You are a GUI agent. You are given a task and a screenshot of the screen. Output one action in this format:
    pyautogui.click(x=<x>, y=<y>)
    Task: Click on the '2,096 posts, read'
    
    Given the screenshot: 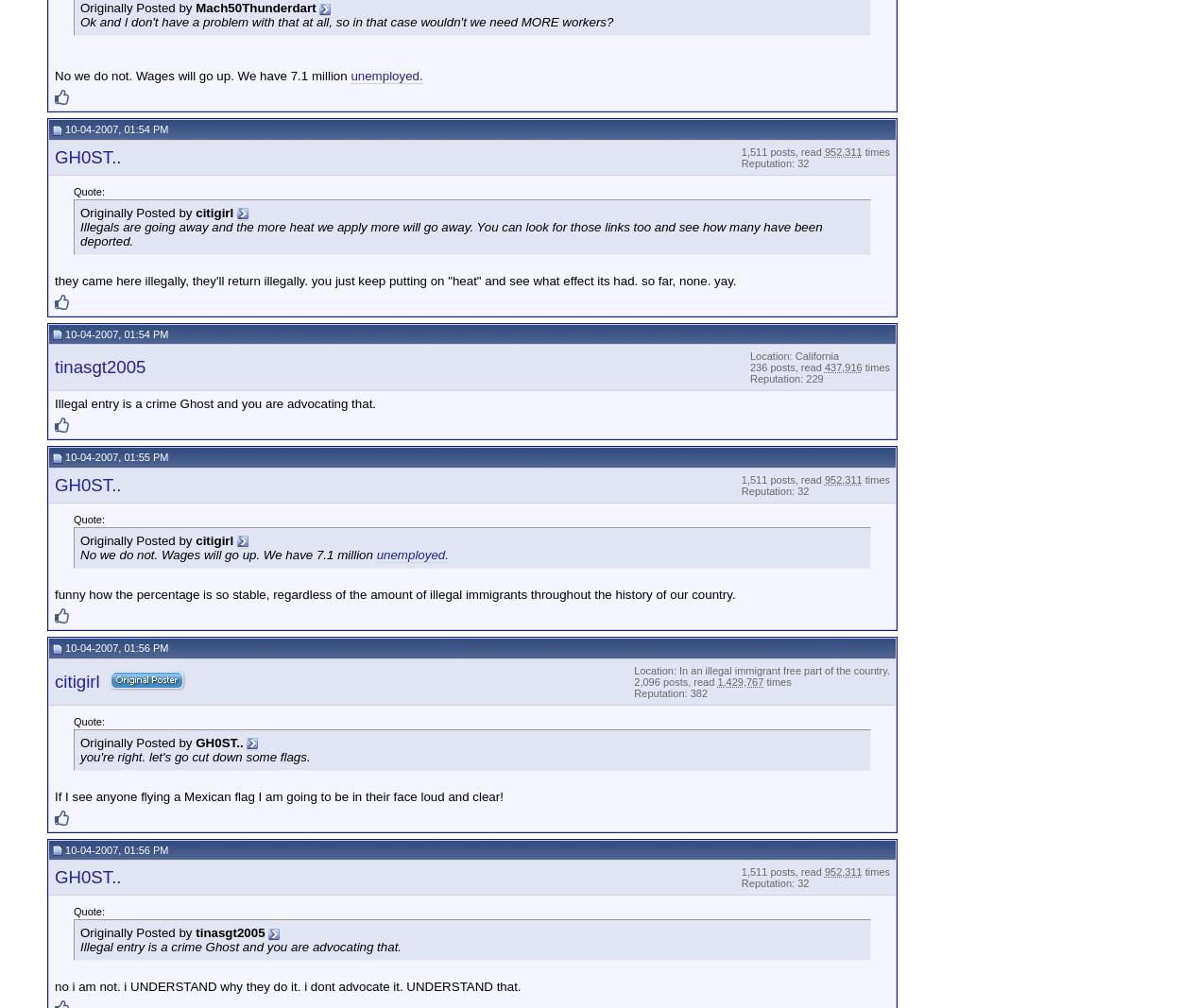 What is the action you would take?
    pyautogui.click(x=674, y=679)
    